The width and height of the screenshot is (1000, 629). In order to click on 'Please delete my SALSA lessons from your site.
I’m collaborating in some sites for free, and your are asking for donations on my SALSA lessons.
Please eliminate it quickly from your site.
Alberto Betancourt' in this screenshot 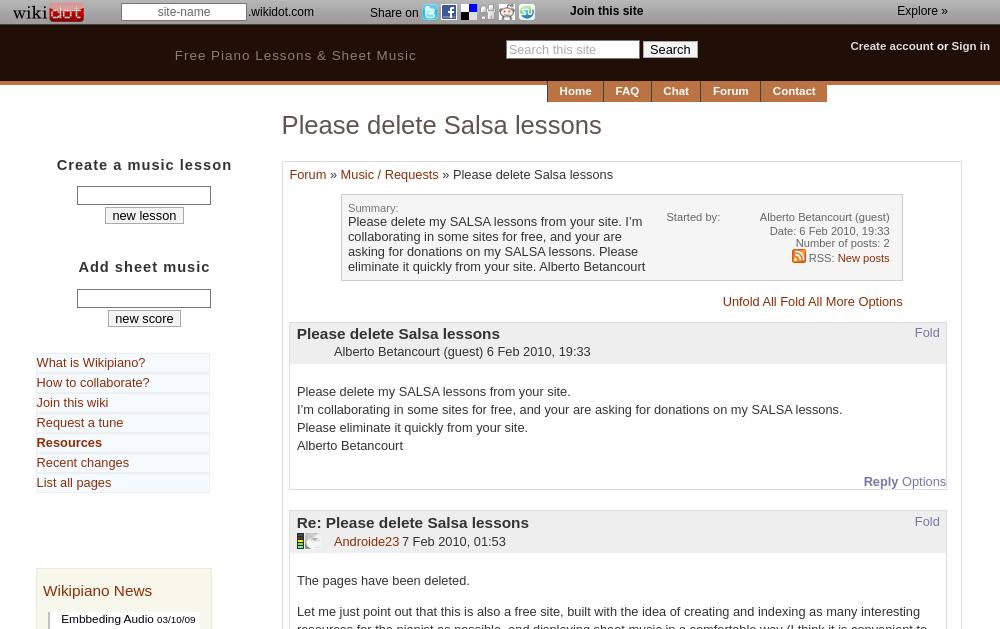, I will do `click(495, 241)`.